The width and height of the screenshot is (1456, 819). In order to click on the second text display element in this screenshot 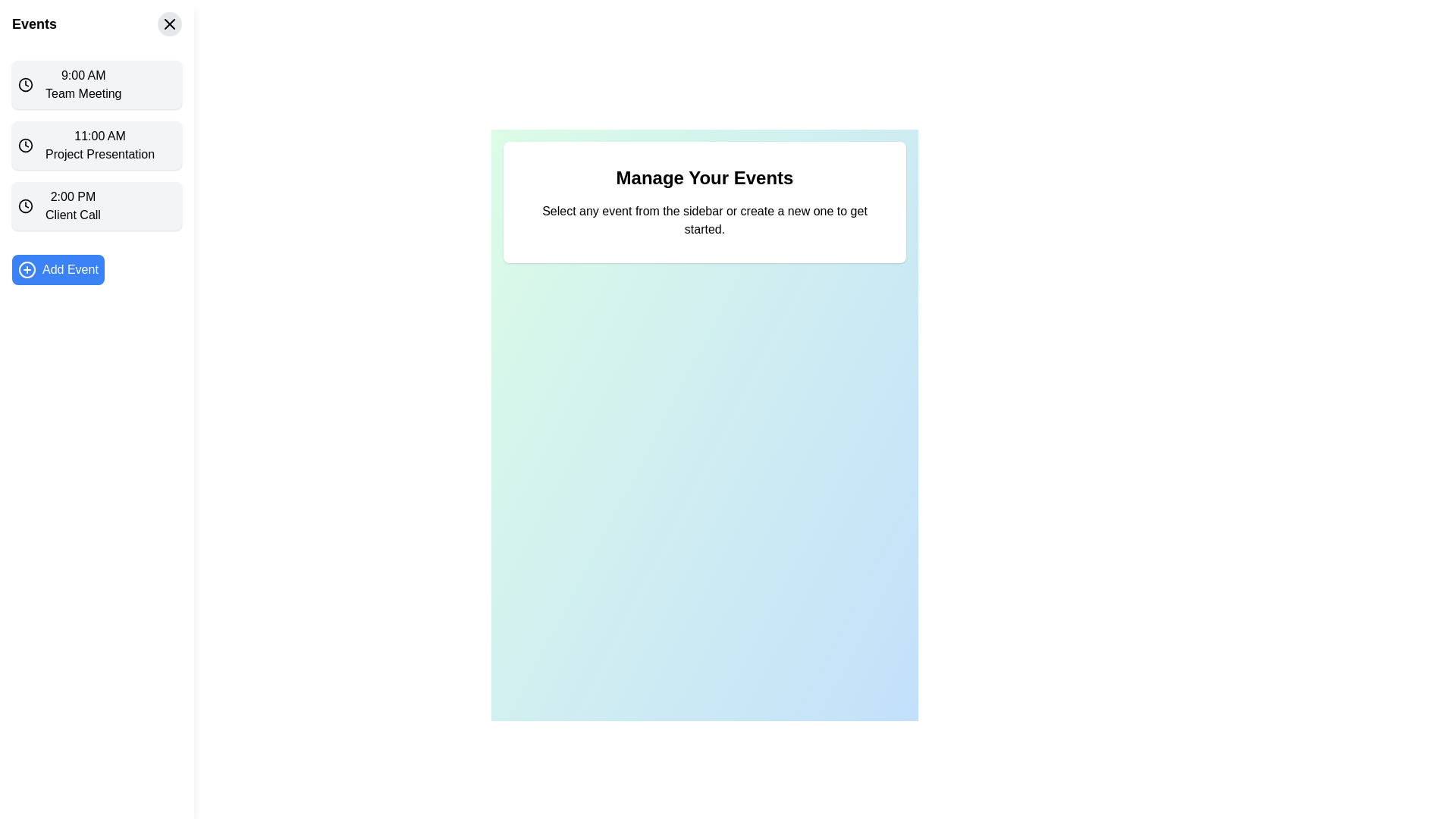, I will do `click(99, 146)`.